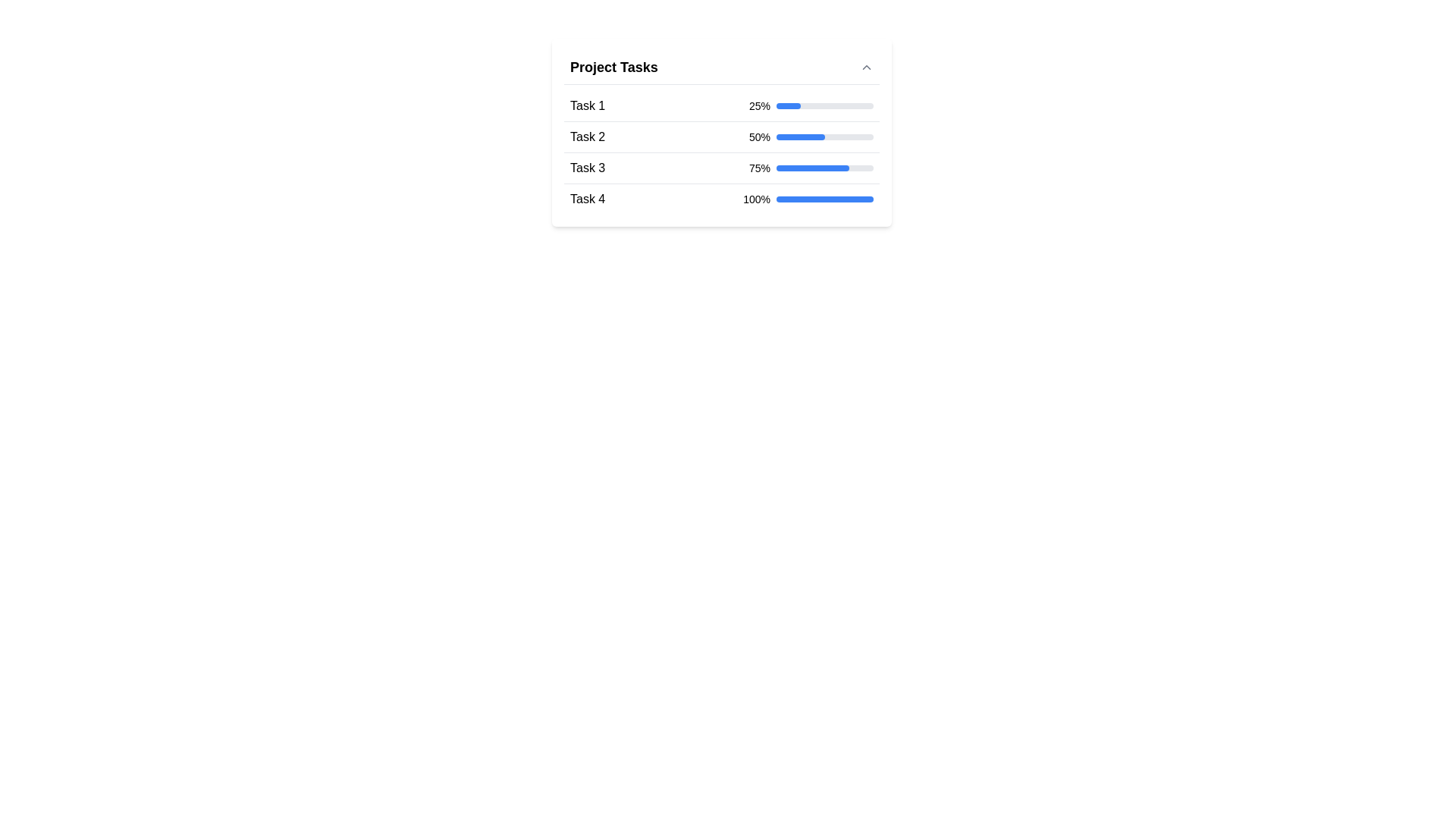 The image size is (1456, 819). I want to click on the progress bar indicating 50% completion for 'Task 2' in the project management list, so click(824, 137).